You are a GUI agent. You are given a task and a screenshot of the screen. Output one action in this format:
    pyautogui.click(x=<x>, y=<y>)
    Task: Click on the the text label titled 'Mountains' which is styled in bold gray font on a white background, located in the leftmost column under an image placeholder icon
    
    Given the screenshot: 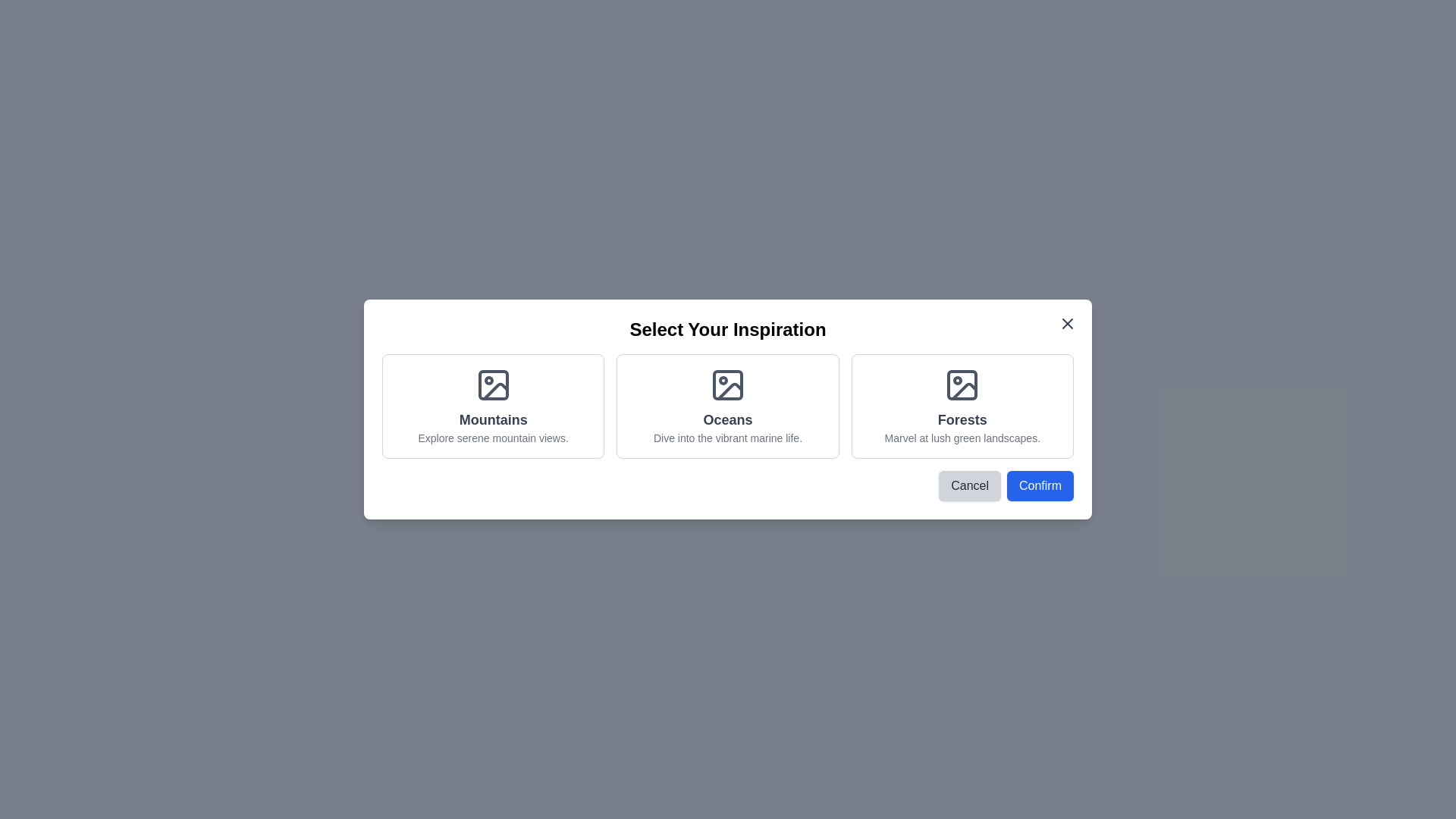 What is the action you would take?
    pyautogui.click(x=493, y=420)
    